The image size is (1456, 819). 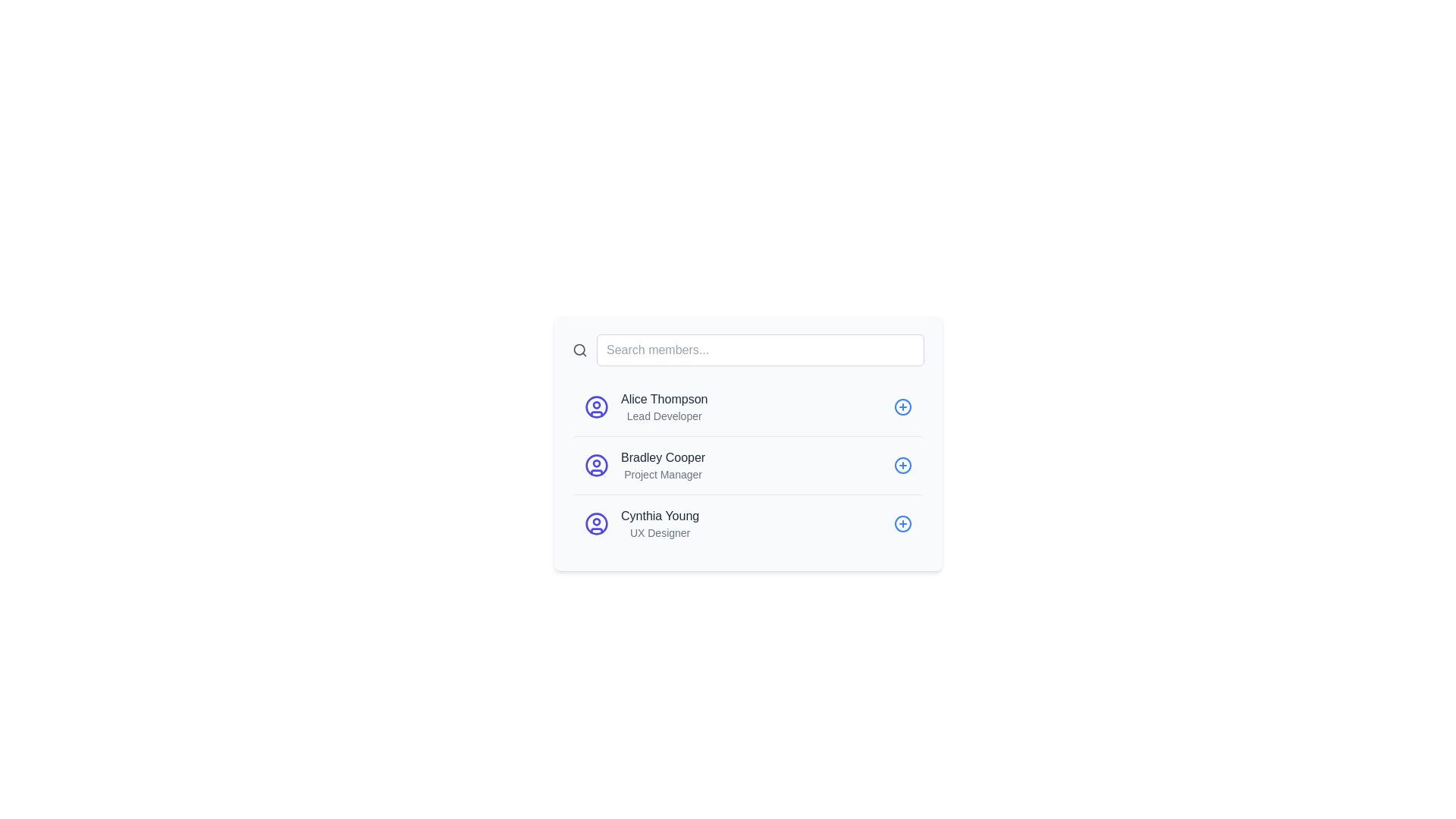 What do you see at coordinates (596, 464) in the screenshot?
I see `the outer circle of the user icon representing 'Bradley Cooper' in the second row of the list` at bounding box center [596, 464].